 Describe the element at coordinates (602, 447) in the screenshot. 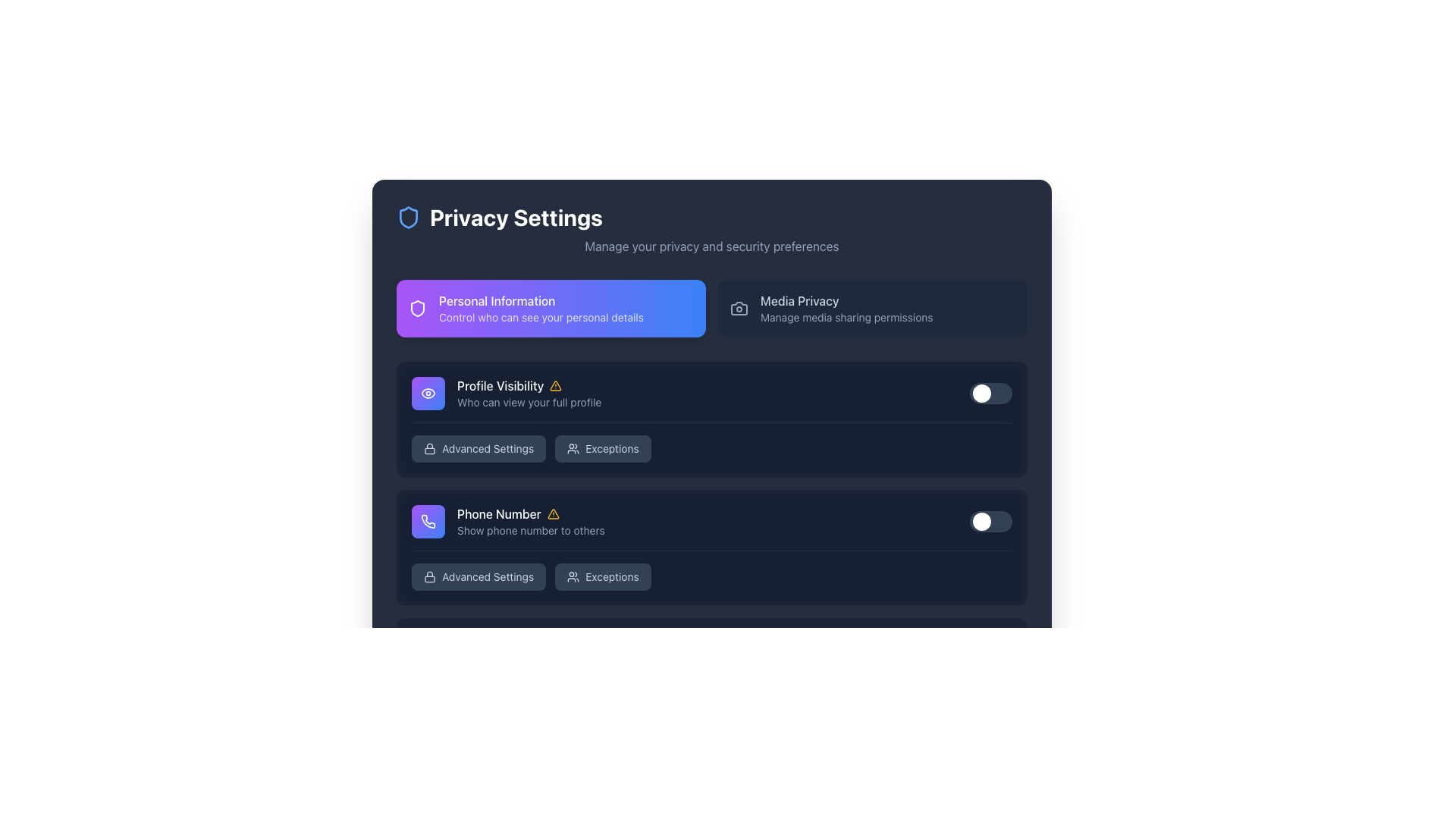

I see `the 'Exceptions' button, which is the second button in the privacy settings layout` at that location.